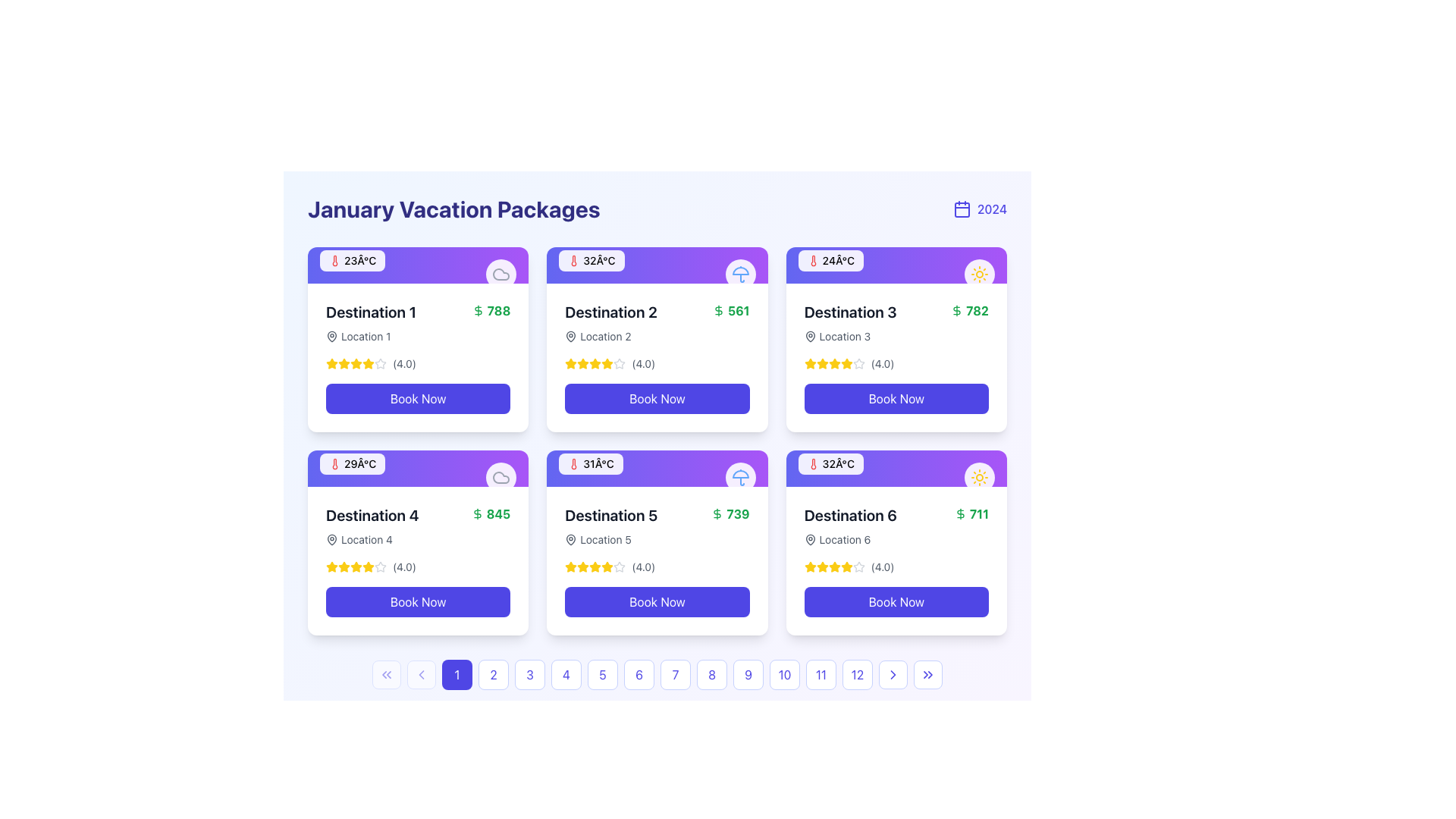 Image resolution: width=1456 pixels, height=819 pixels. Describe the element at coordinates (595, 363) in the screenshot. I see `the third star icon in the rating section of the 'Destination 2' package` at that location.